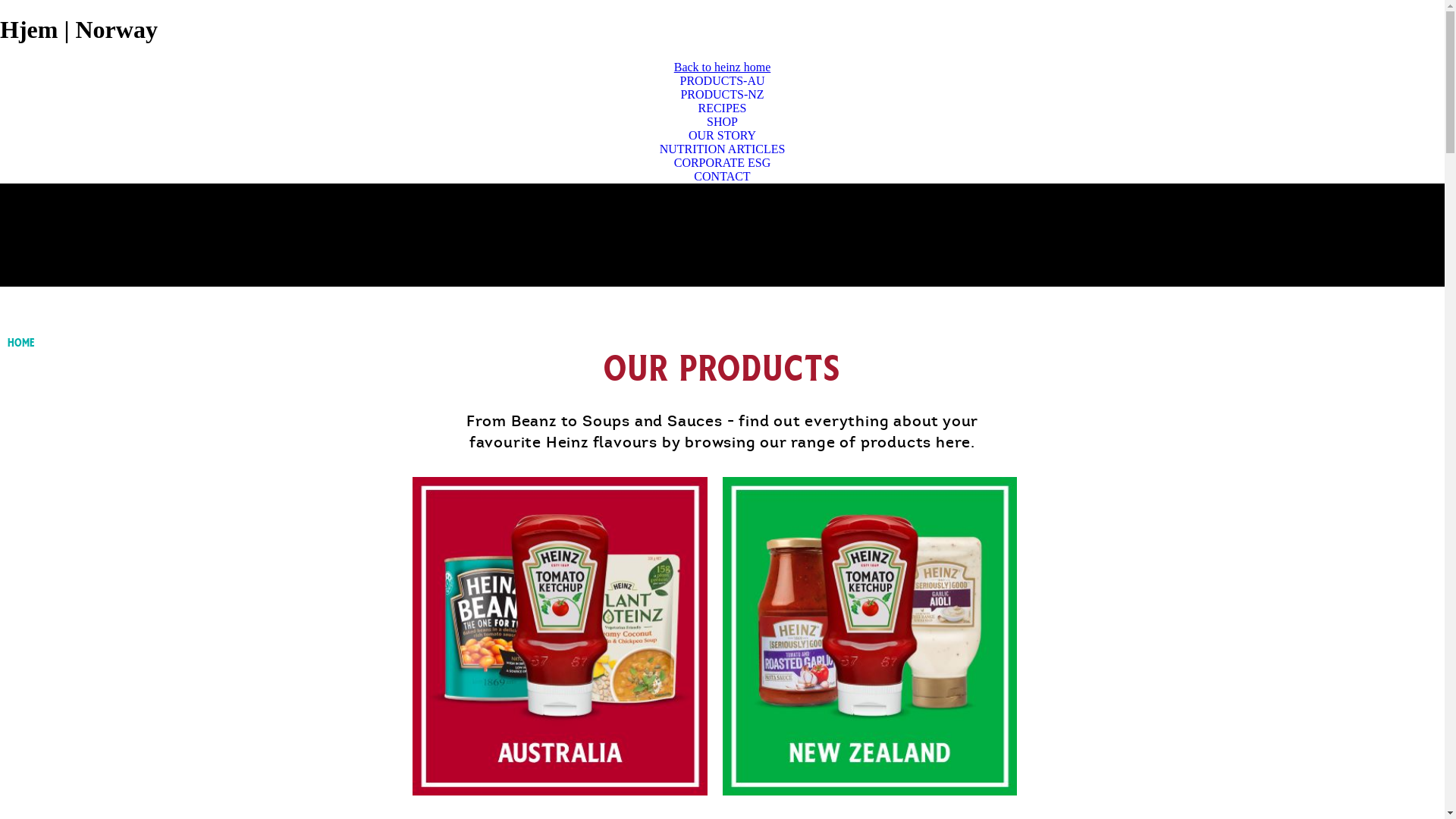 This screenshot has width=1456, height=819. What do you see at coordinates (721, 149) in the screenshot?
I see `'NUTRITION ARTICLES'` at bounding box center [721, 149].